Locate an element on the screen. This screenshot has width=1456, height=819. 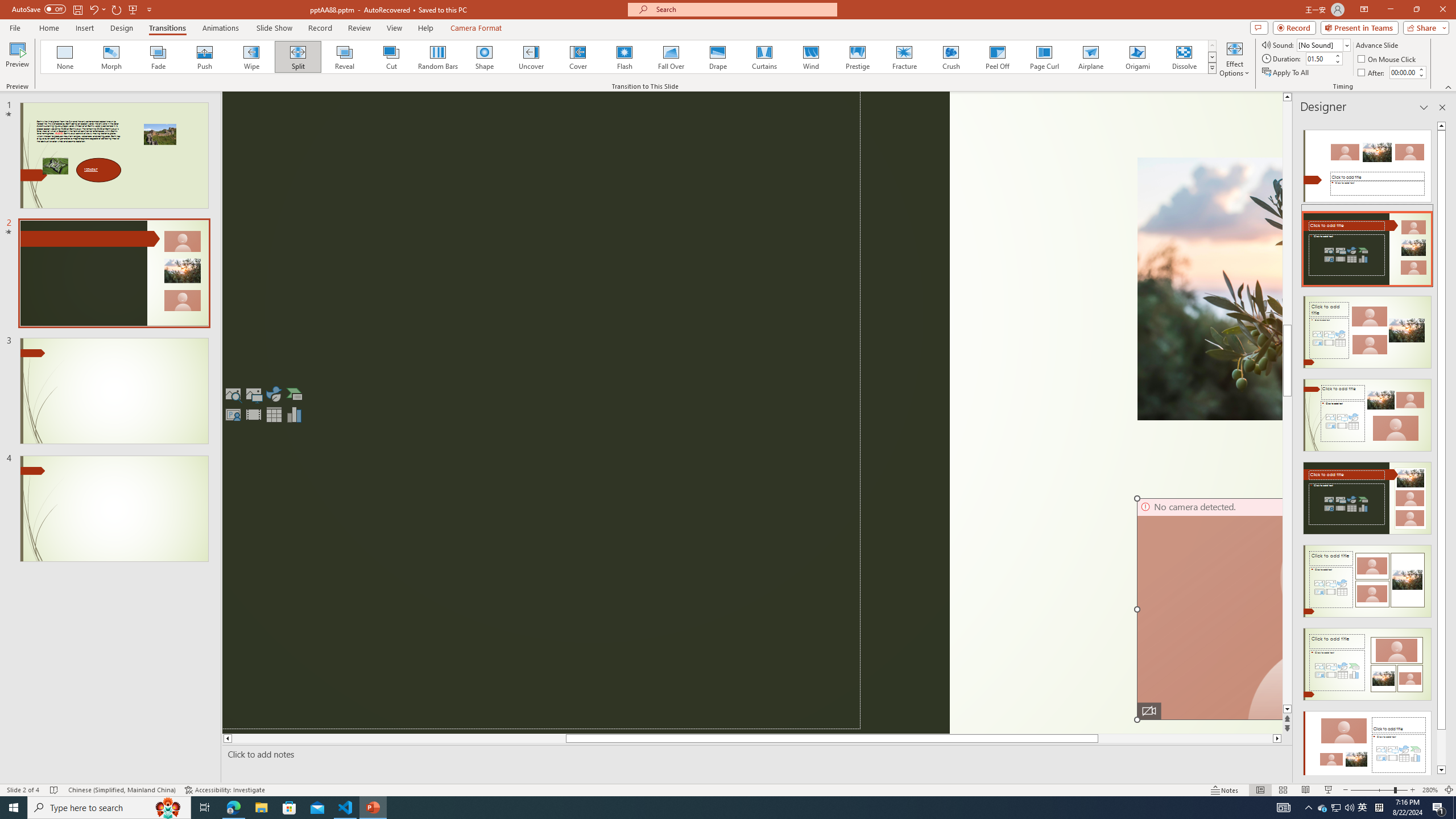
'Dissolve' is located at coordinates (1183, 56).